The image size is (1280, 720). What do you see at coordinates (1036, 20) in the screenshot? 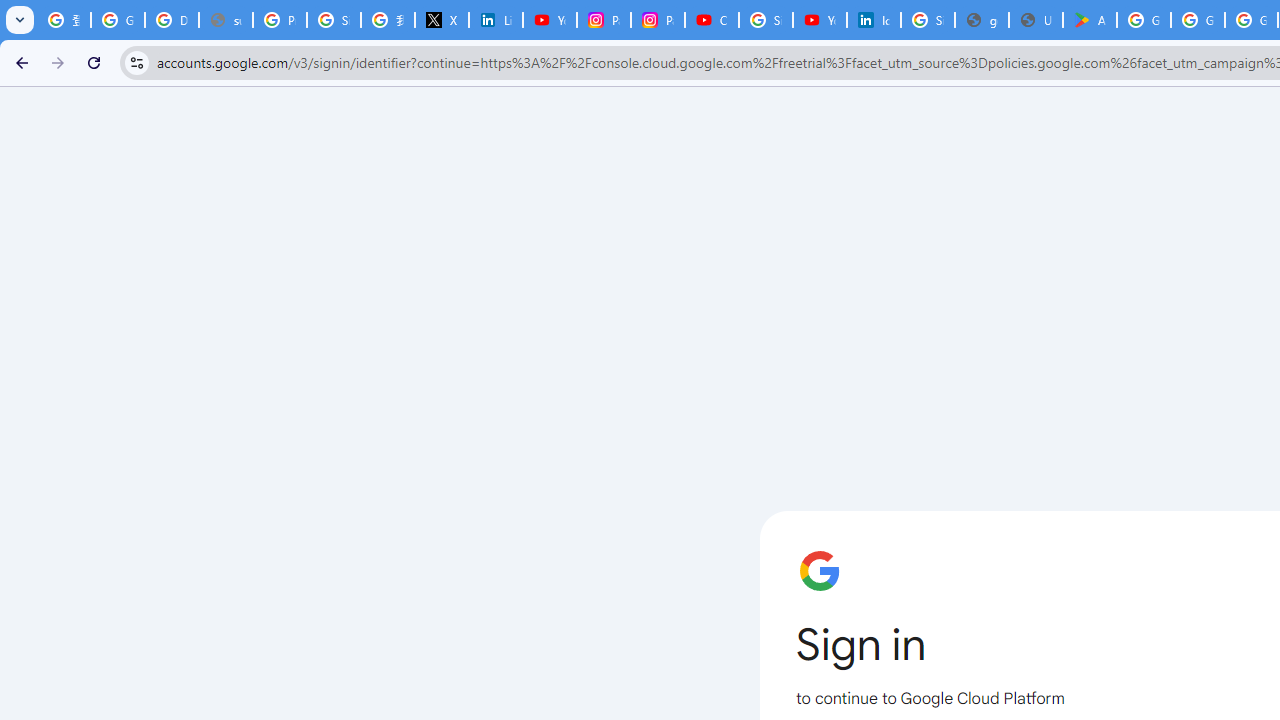
I see `'User Details'` at bounding box center [1036, 20].